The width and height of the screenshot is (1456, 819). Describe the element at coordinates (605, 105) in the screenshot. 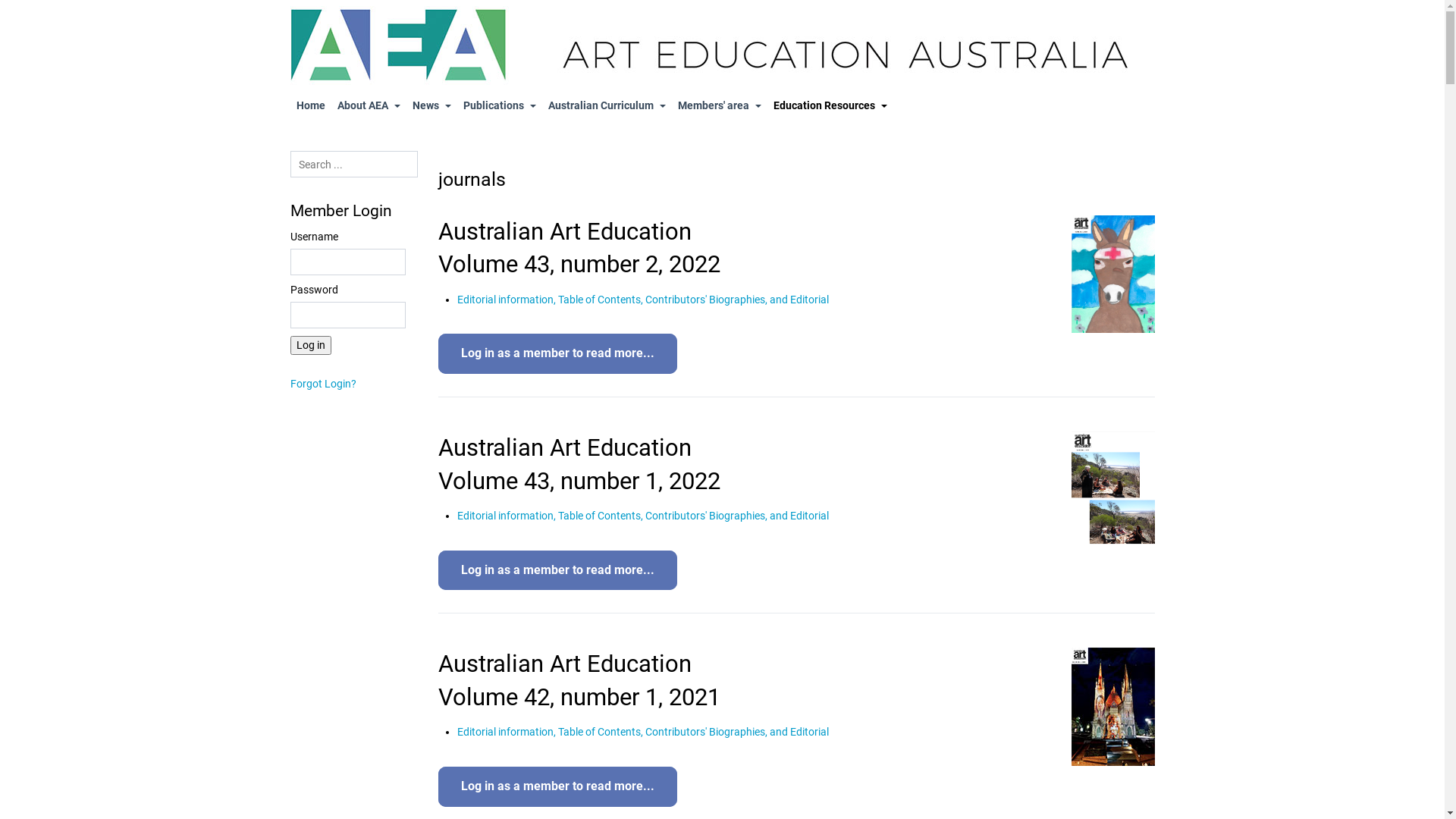

I see `'Australian Curriculum'` at that location.